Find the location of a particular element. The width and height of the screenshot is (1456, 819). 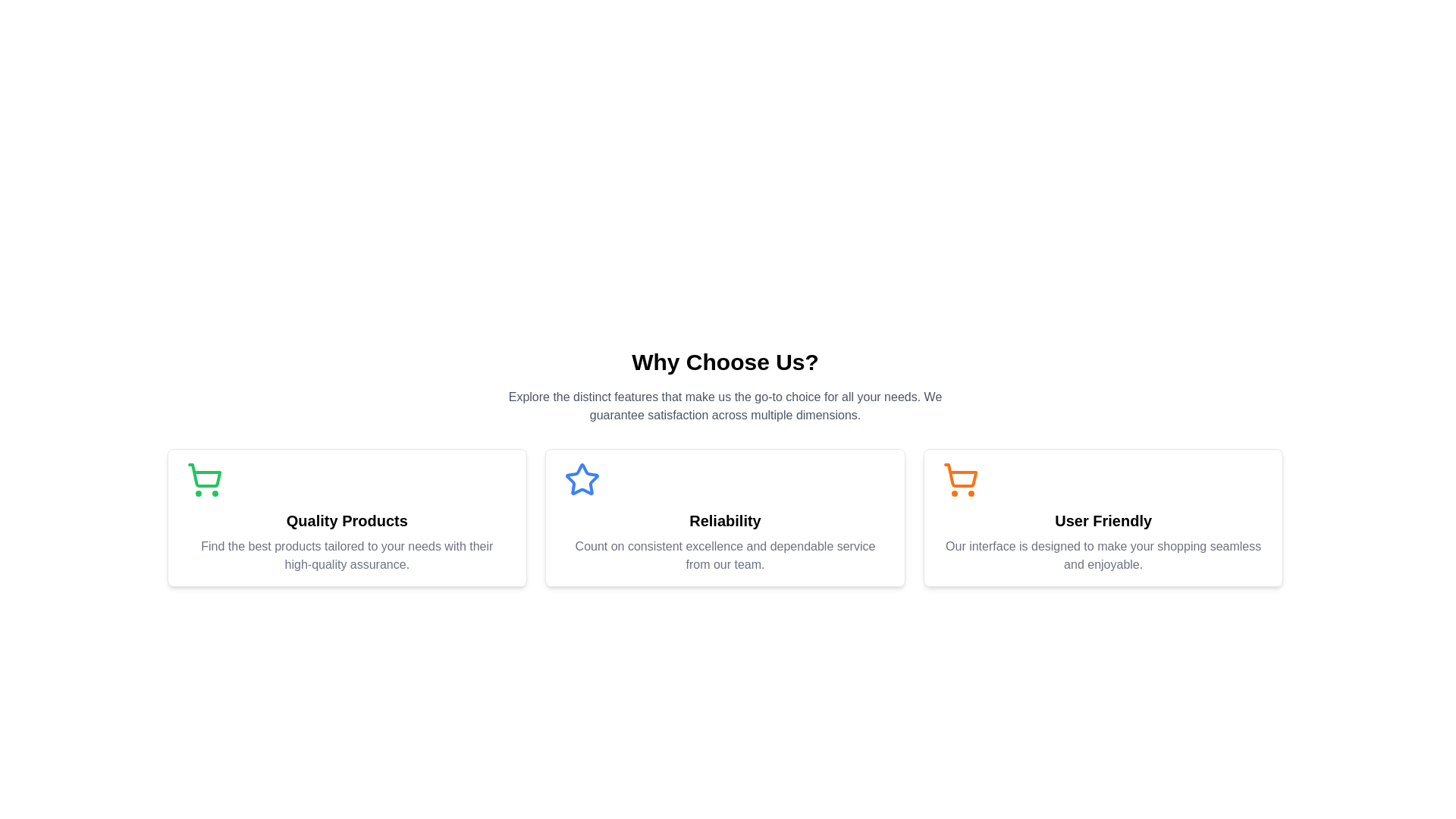

the Informational card featuring a cart icon in orange, titled 'User Friendly', located at the rightmost position in a three-column grid layout is located at coordinates (1103, 516).